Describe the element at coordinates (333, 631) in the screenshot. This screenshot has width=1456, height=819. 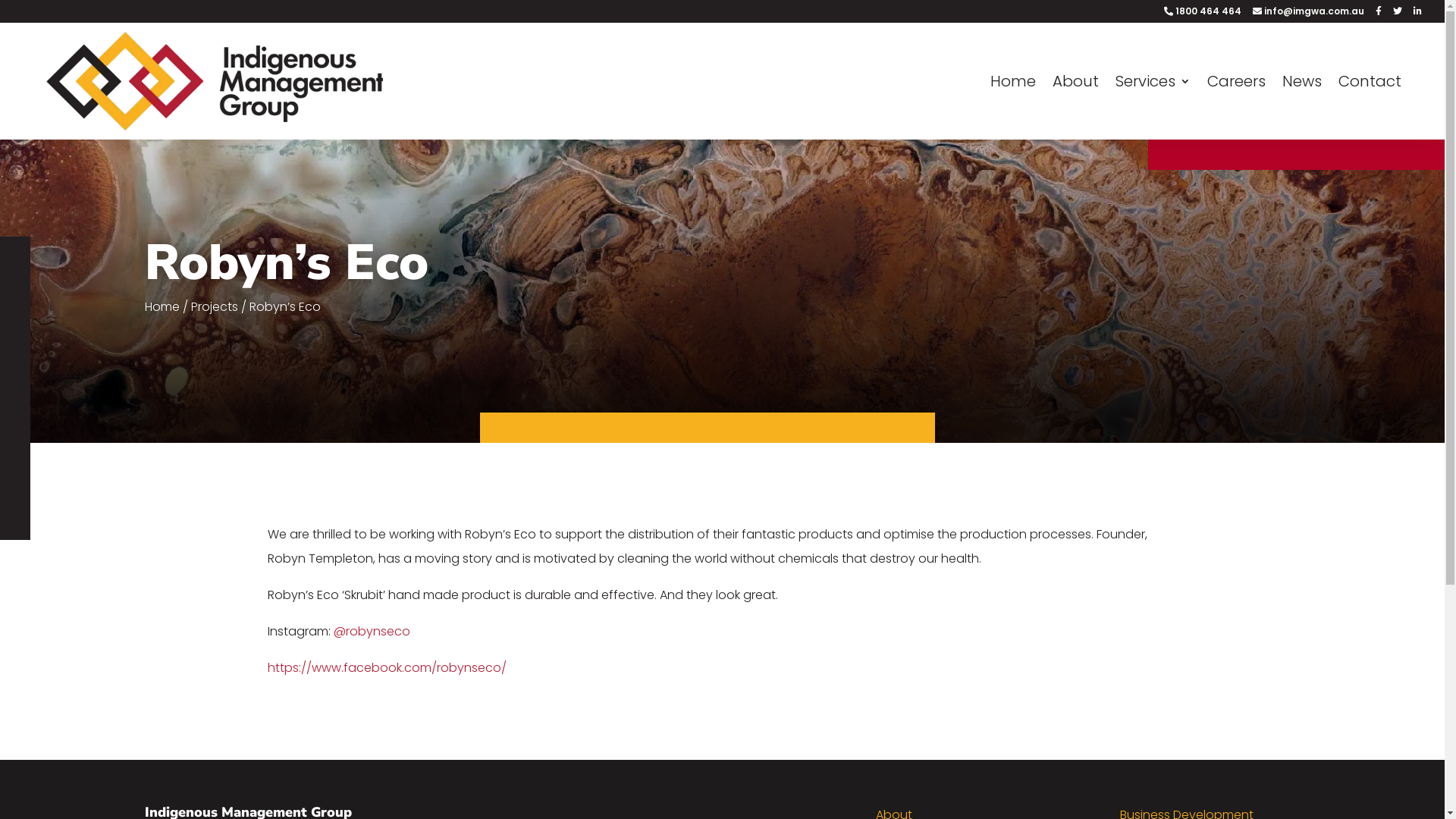
I see `'@robynseco'` at that location.